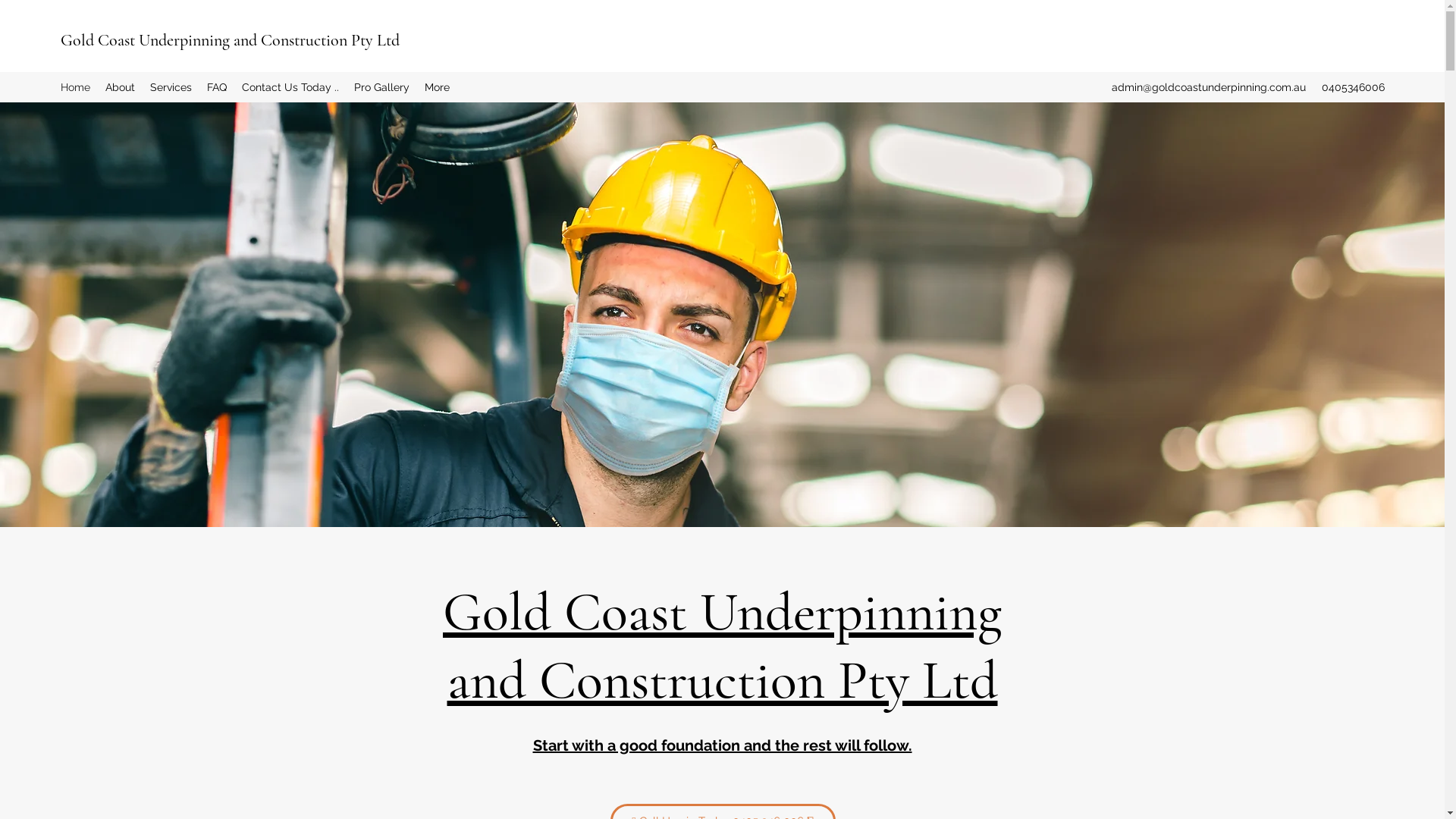  I want to click on 'About', so click(119, 87).